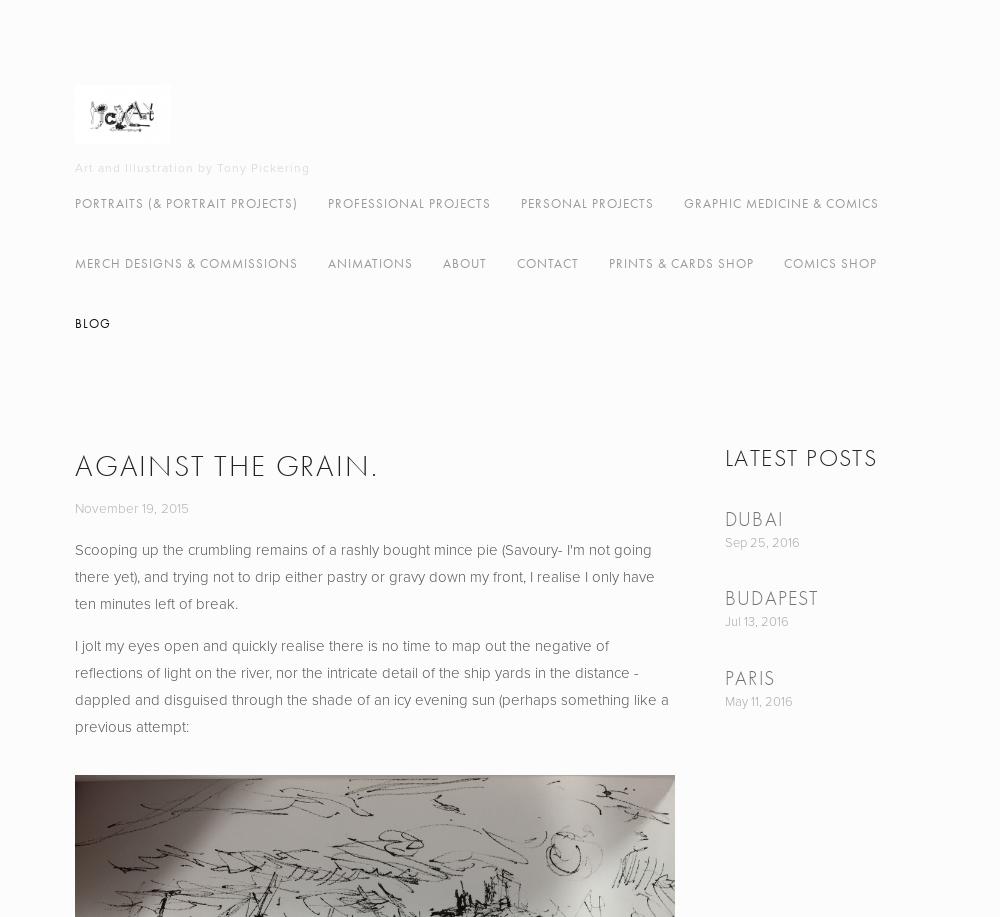  What do you see at coordinates (225, 465) in the screenshot?
I see `'Against the grain.'` at bounding box center [225, 465].